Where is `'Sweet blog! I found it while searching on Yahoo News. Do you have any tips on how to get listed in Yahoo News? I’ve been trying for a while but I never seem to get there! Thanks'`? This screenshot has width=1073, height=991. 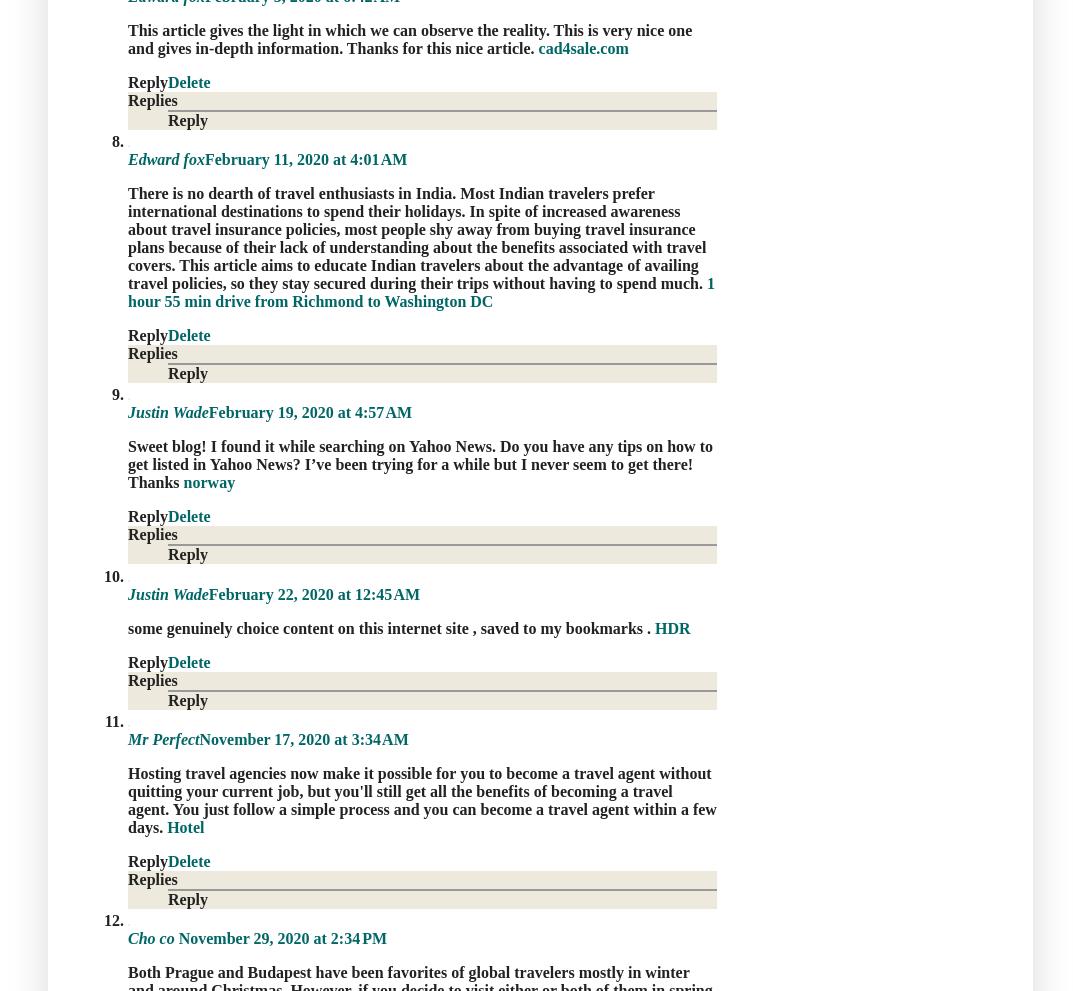 'Sweet blog! I found it while searching on Yahoo News. Do you have any tips on how to get listed in Yahoo News? I’ve been trying for a while but I never seem to get there! Thanks' is located at coordinates (127, 463).